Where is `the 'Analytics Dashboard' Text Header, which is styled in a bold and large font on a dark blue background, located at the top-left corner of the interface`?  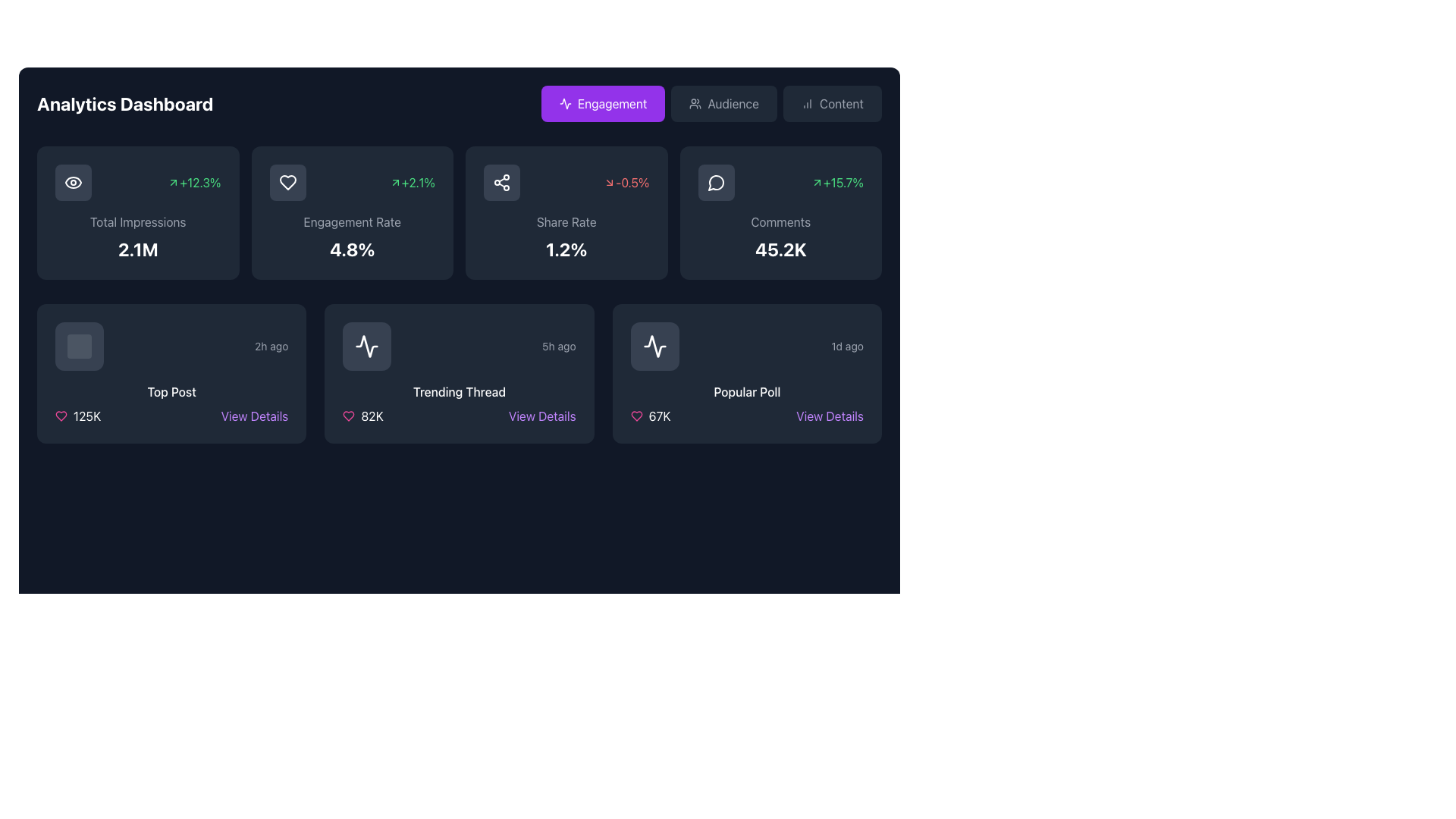
the 'Analytics Dashboard' Text Header, which is styled in a bold and large font on a dark blue background, located at the top-left corner of the interface is located at coordinates (125, 103).